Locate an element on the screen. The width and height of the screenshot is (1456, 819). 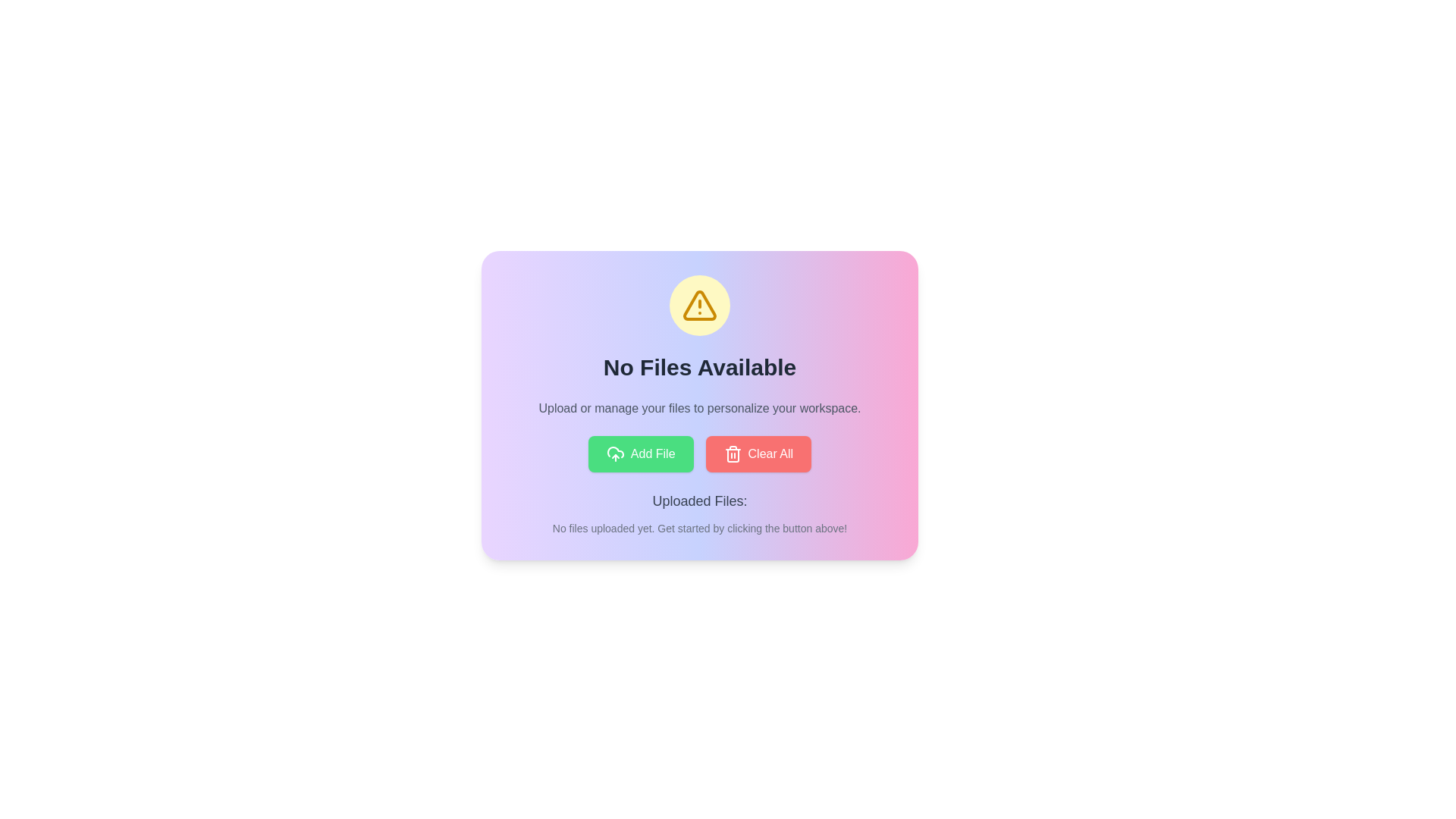
the clear button located on the right side of the interface, which triggers the clearing action is located at coordinates (758, 453).